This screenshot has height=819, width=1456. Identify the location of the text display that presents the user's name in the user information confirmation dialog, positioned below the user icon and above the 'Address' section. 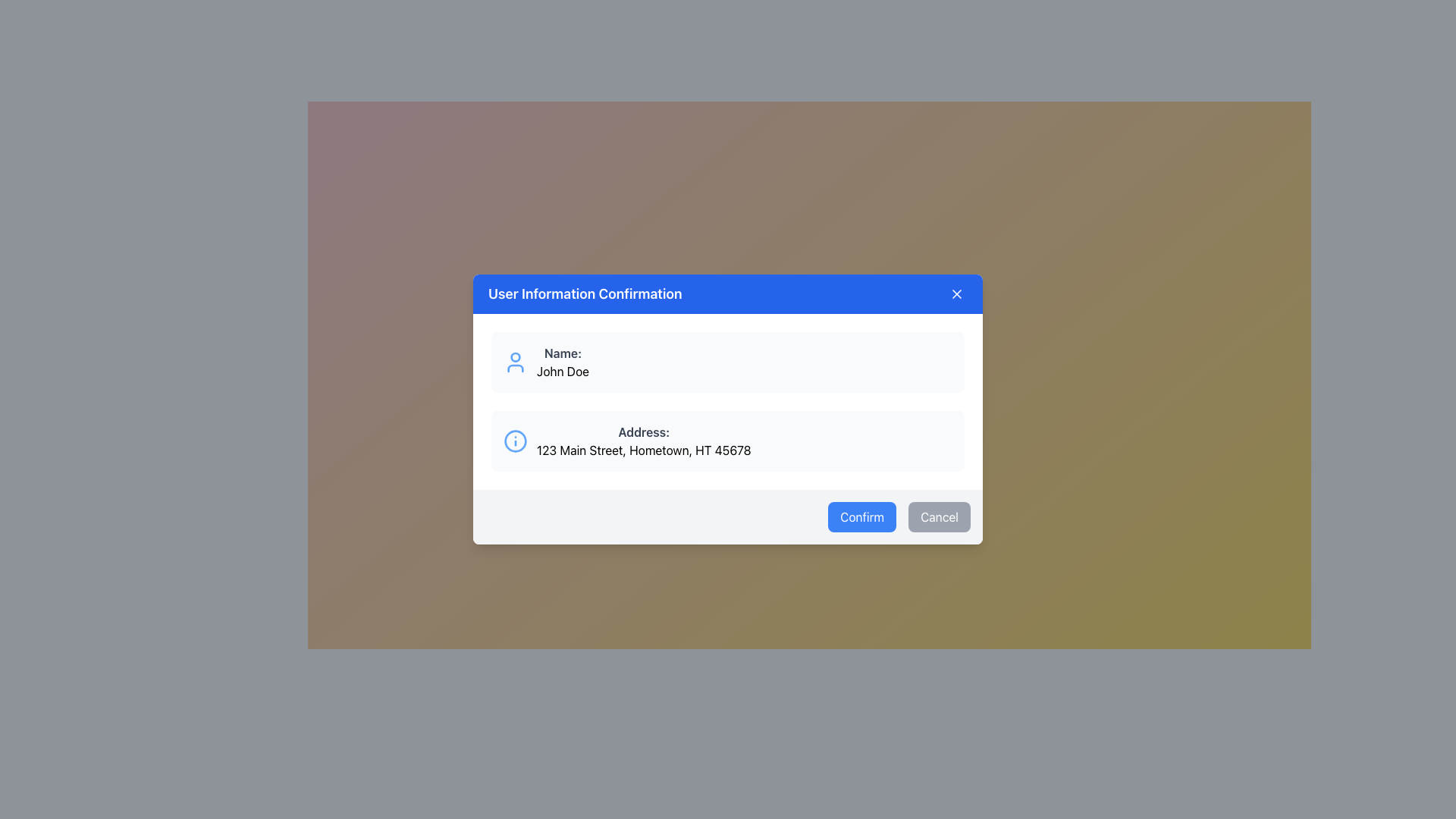
(562, 362).